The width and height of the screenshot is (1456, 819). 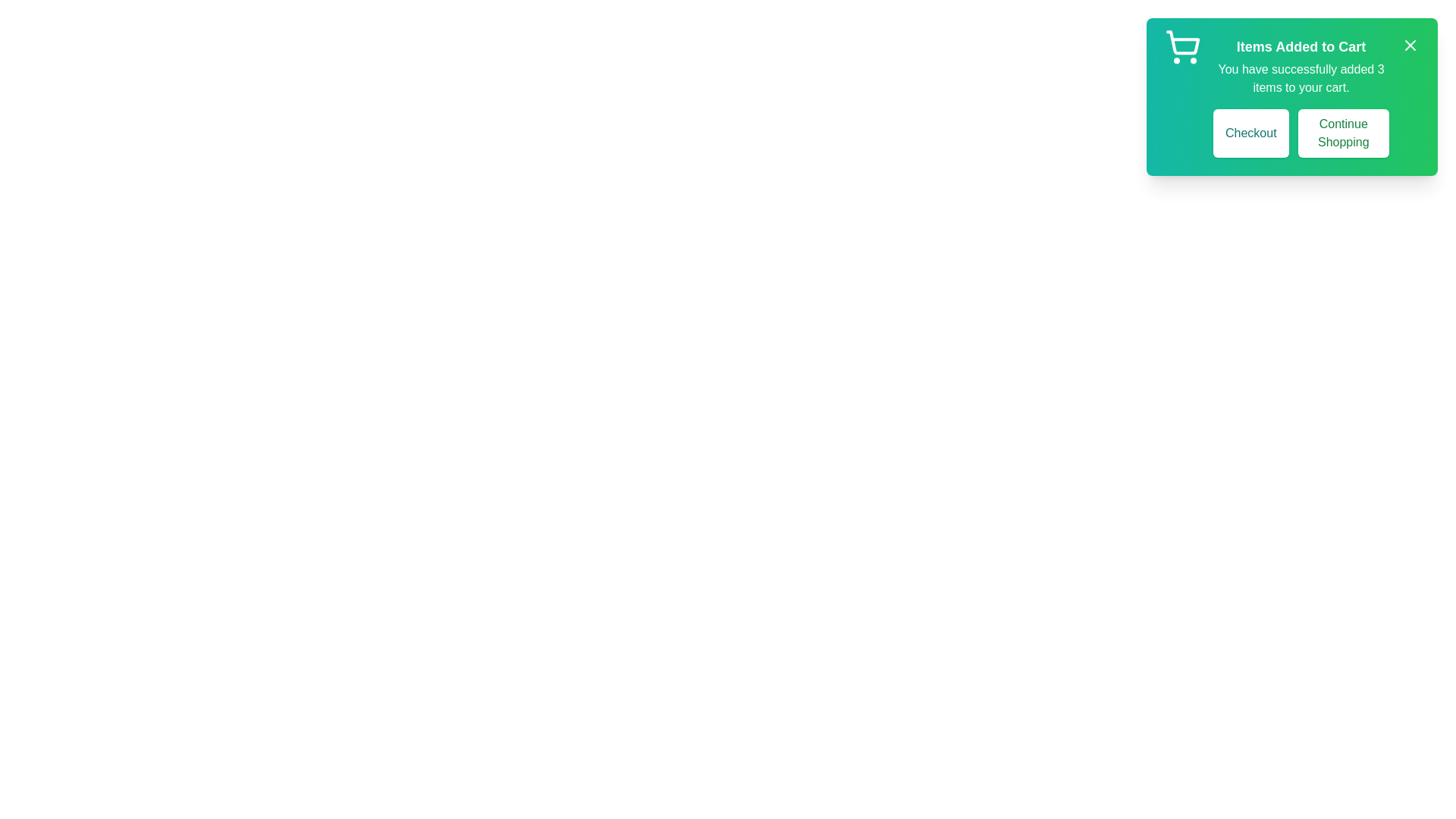 I want to click on the 'Checkout' button to proceed to checkout, so click(x=1250, y=133).